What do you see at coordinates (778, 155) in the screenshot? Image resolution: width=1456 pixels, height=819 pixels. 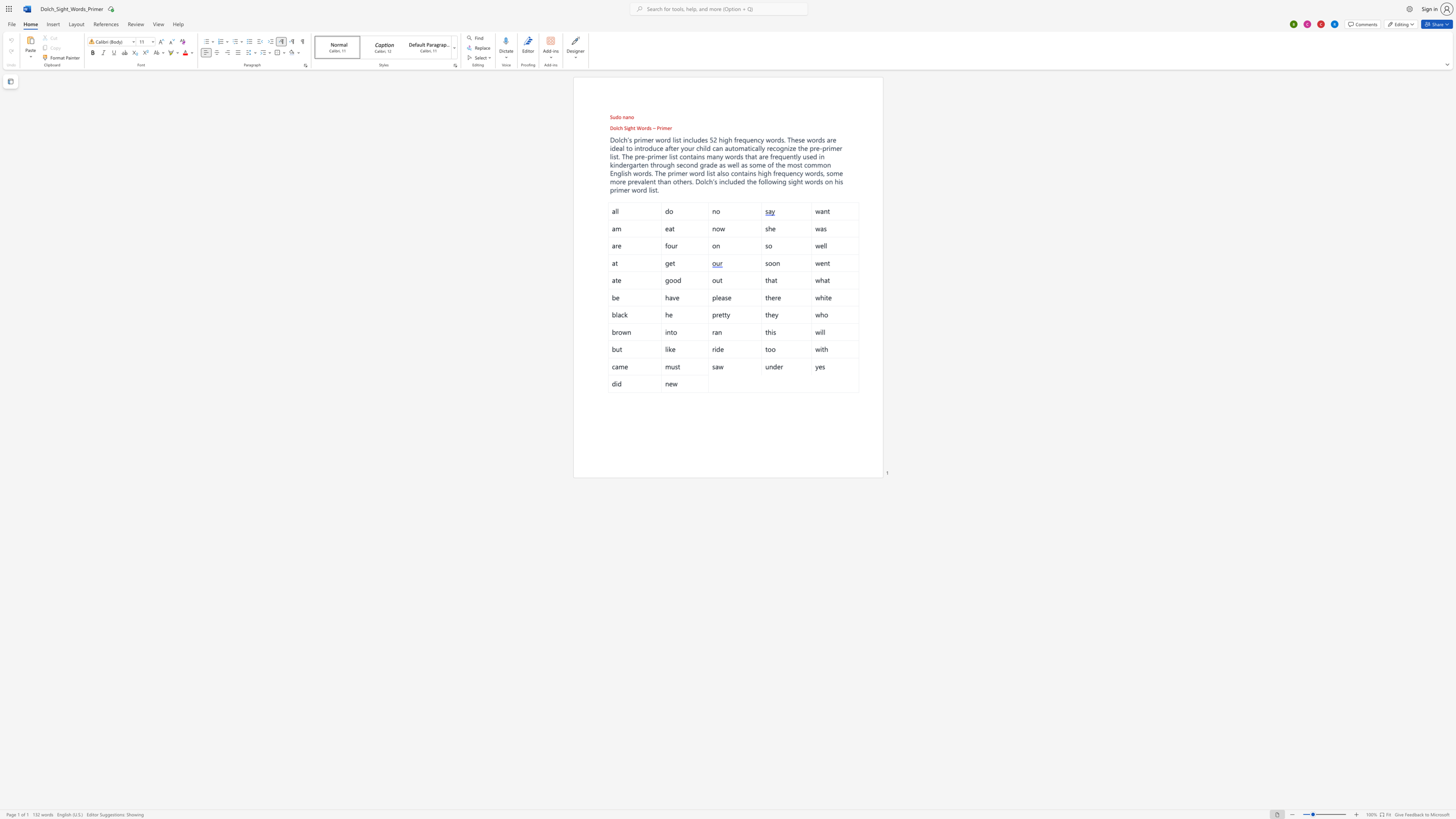 I see `the subset text "que" within the text "frequently"` at bounding box center [778, 155].